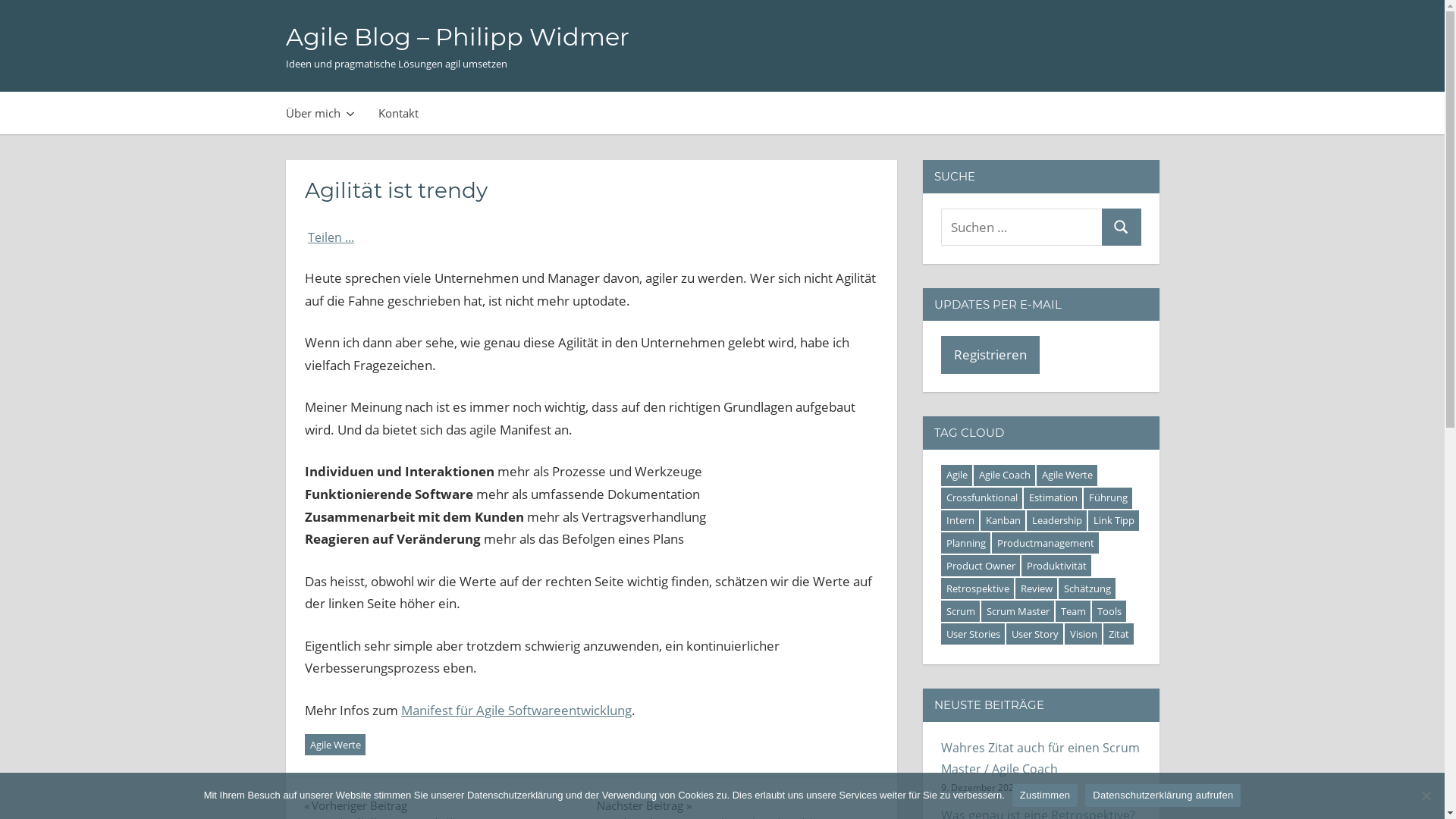 The image size is (1456, 819). Describe the element at coordinates (990, 354) in the screenshot. I see `'Registrieren'` at that location.